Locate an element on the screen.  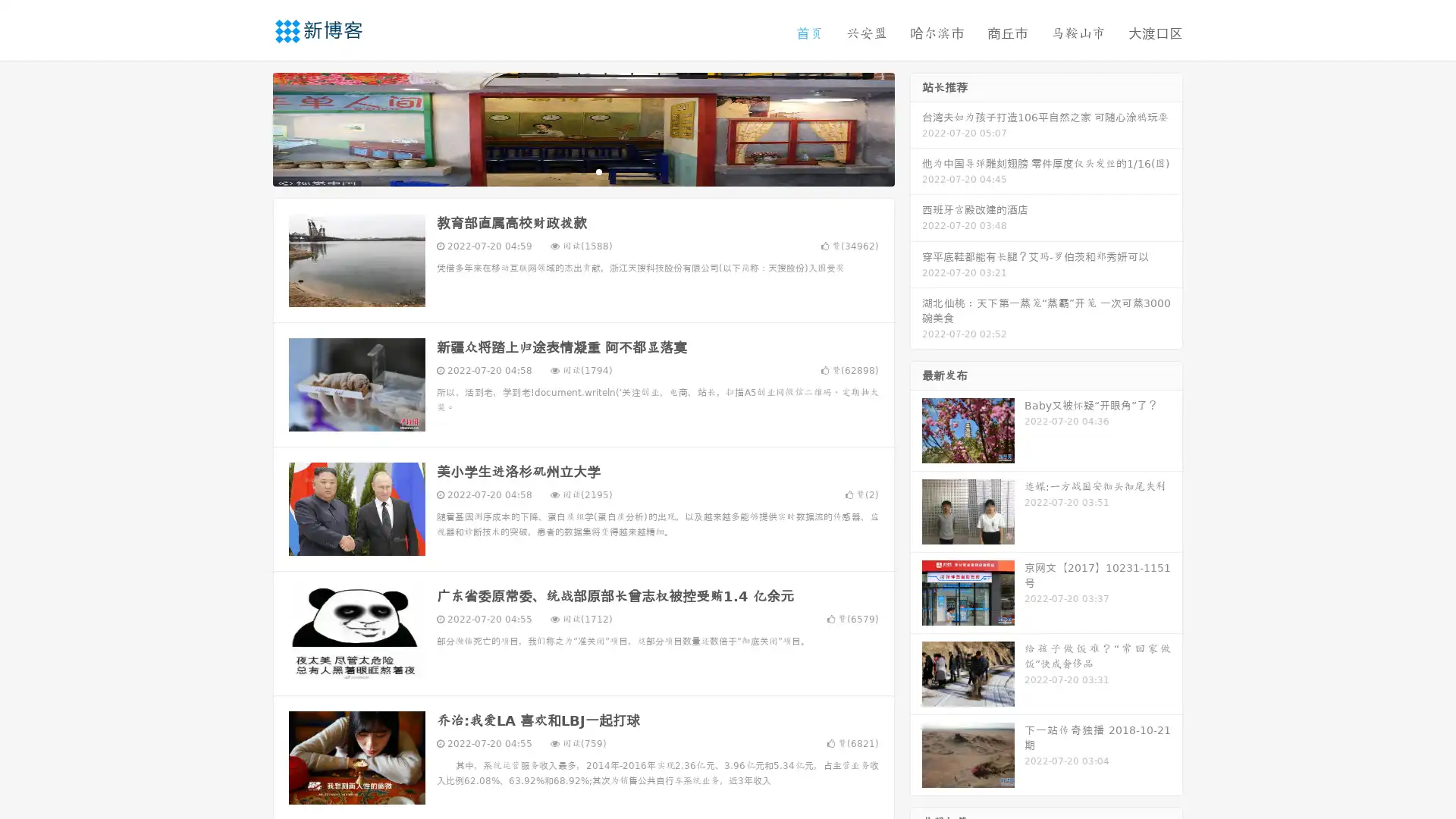
Previous slide is located at coordinates (250, 127).